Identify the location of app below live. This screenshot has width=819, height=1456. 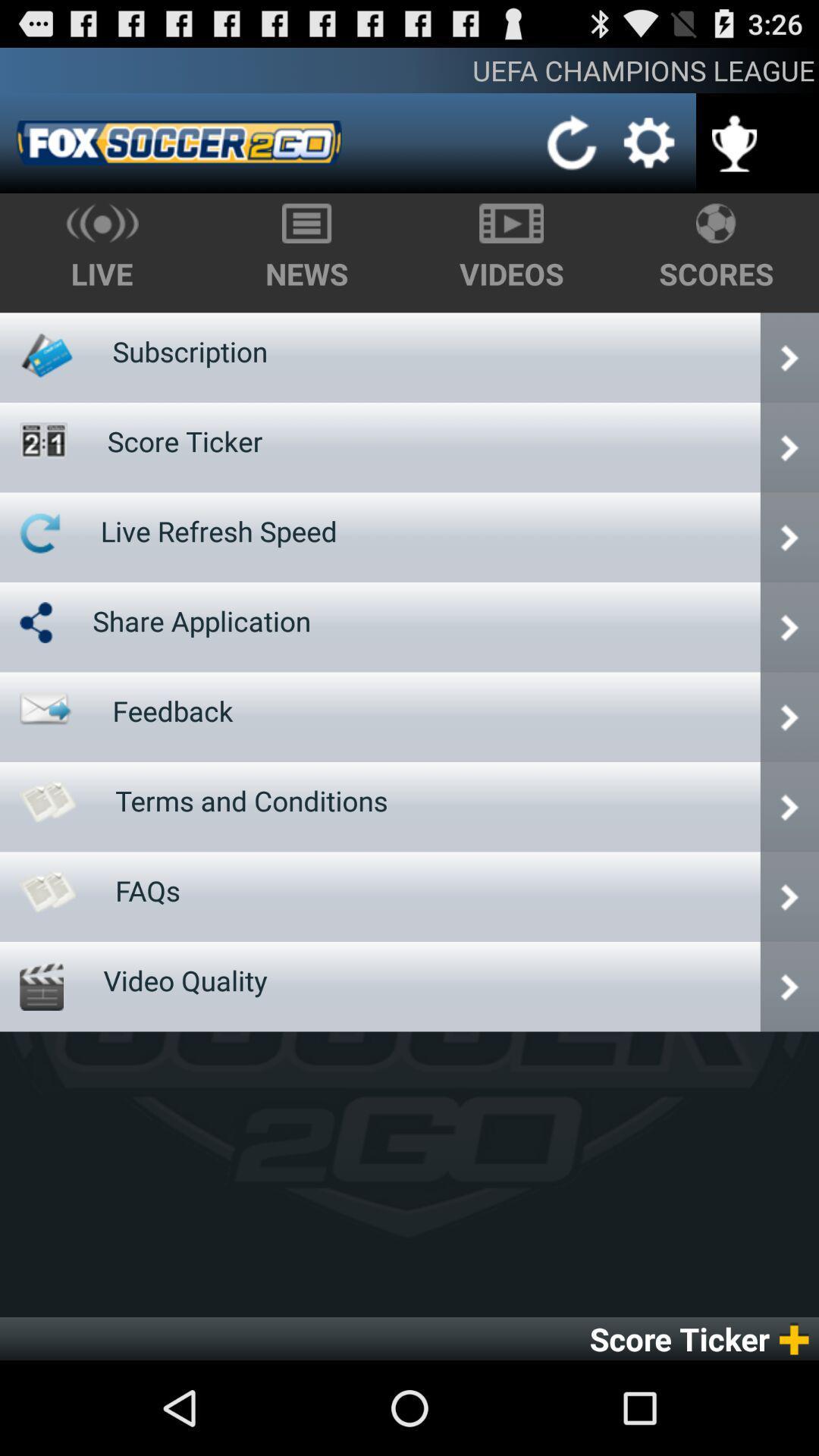
(189, 350).